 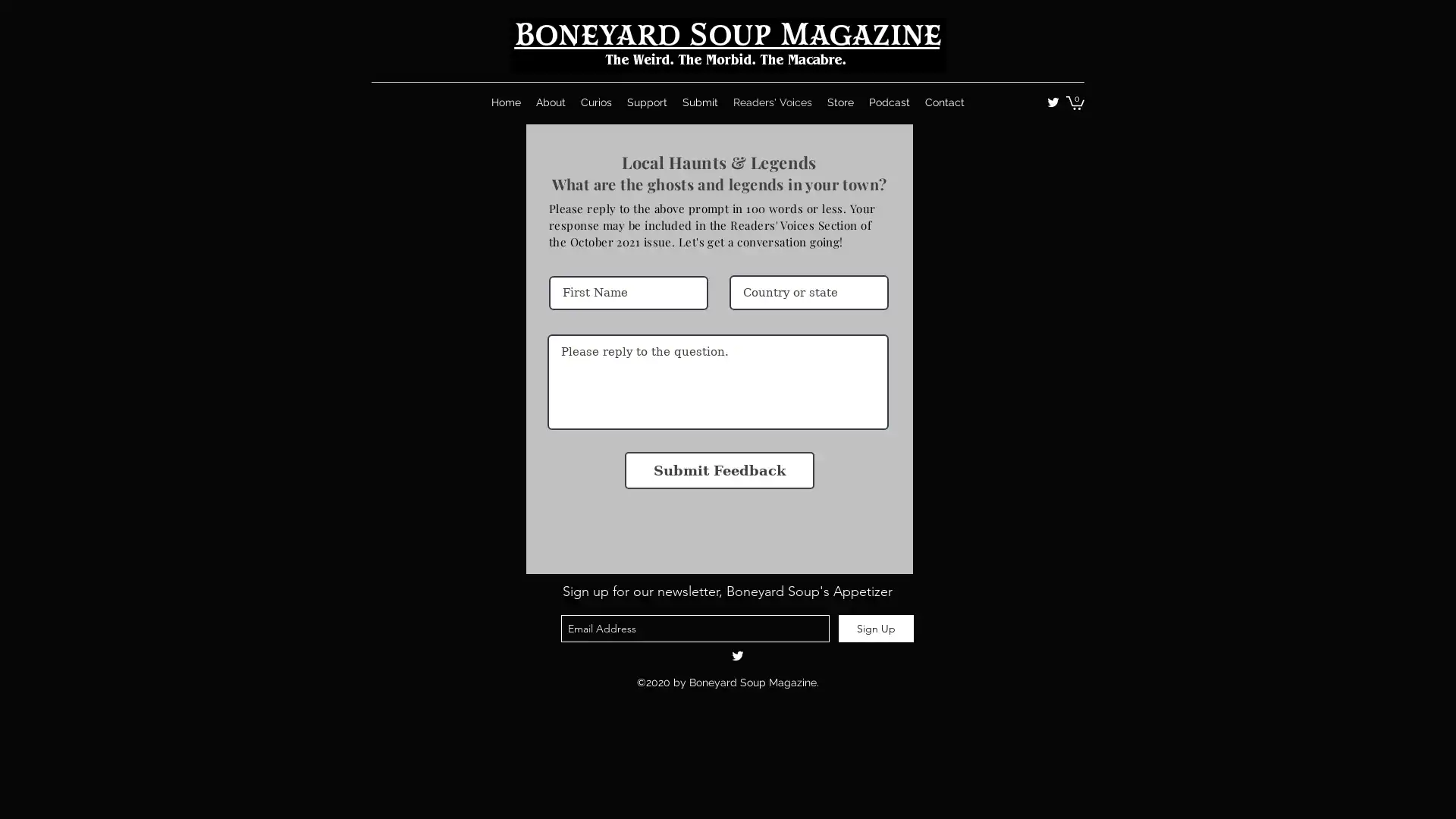 What do you see at coordinates (719, 469) in the screenshot?
I see `Submit Feedback` at bounding box center [719, 469].